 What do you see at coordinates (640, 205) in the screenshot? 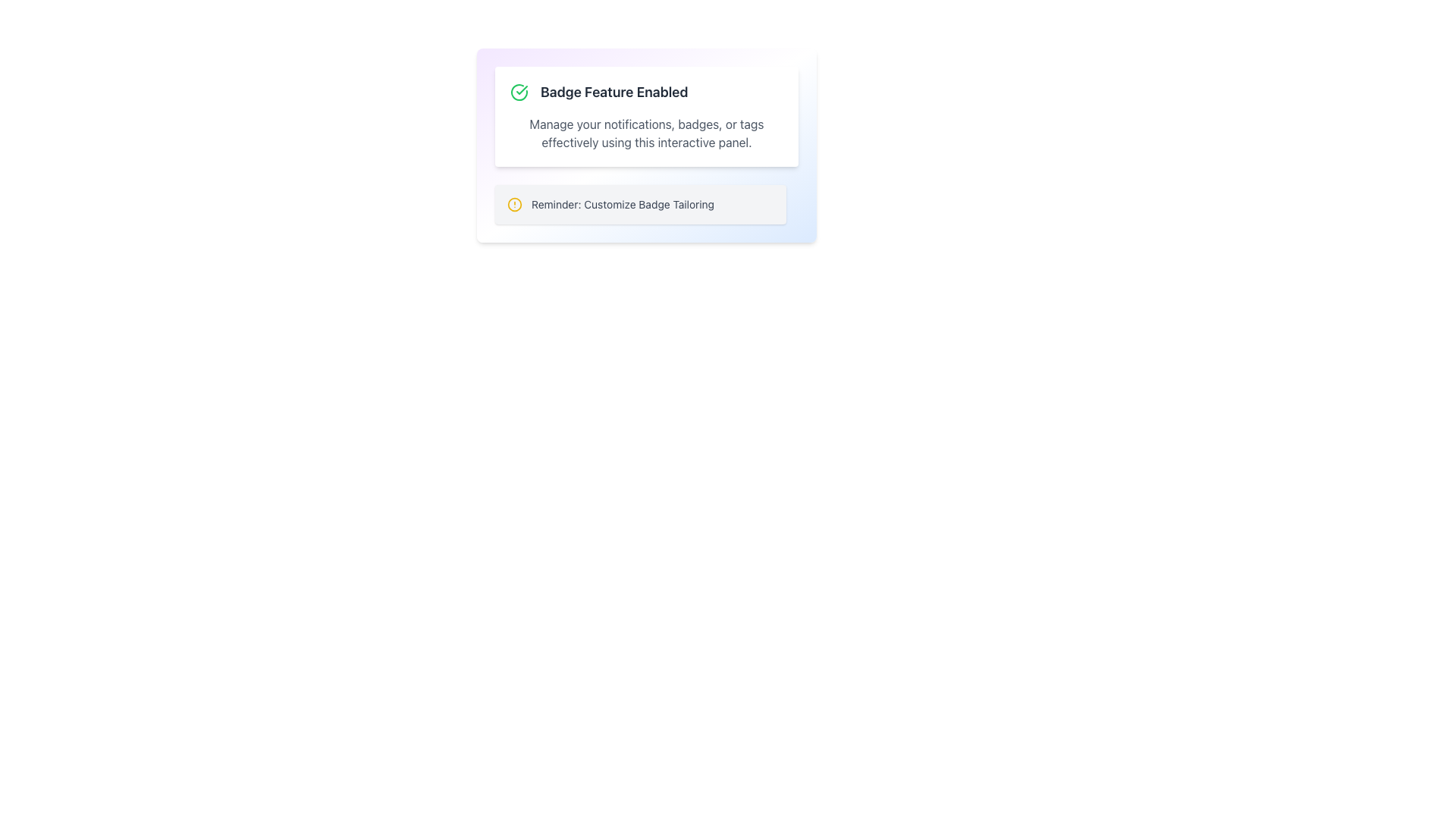
I see `the Notification bar element which has a gray background, rounded corners, and contains a yellow alert icon with the text 'Reminder: Customize Badge Tailoring'` at bounding box center [640, 205].